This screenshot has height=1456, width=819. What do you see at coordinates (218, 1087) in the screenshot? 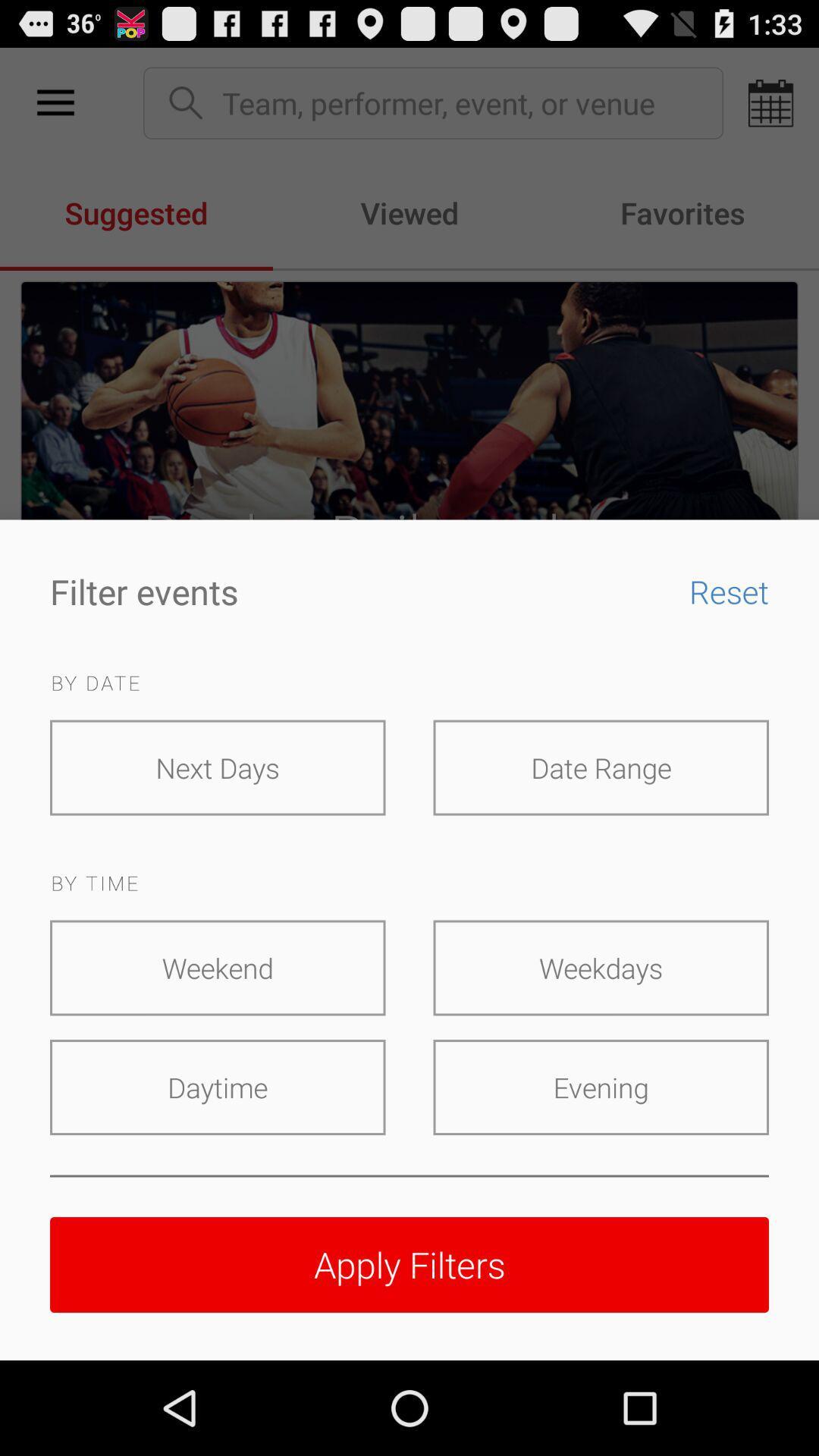
I see `icon at the bottom left corner` at bounding box center [218, 1087].